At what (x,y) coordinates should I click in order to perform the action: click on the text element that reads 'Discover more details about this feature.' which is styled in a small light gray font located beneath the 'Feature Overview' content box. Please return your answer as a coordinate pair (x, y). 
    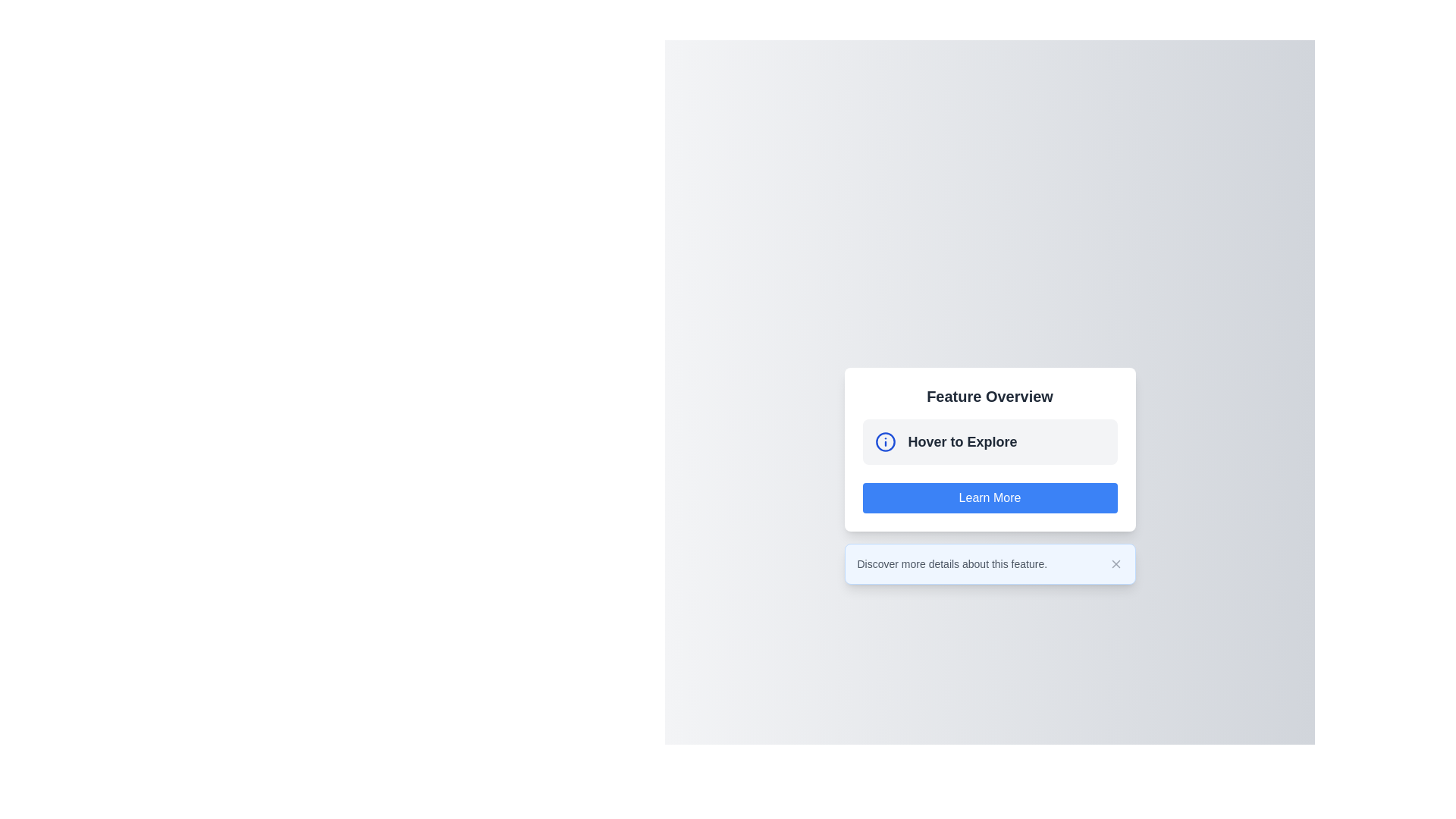
    Looking at the image, I should click on (951, 564).